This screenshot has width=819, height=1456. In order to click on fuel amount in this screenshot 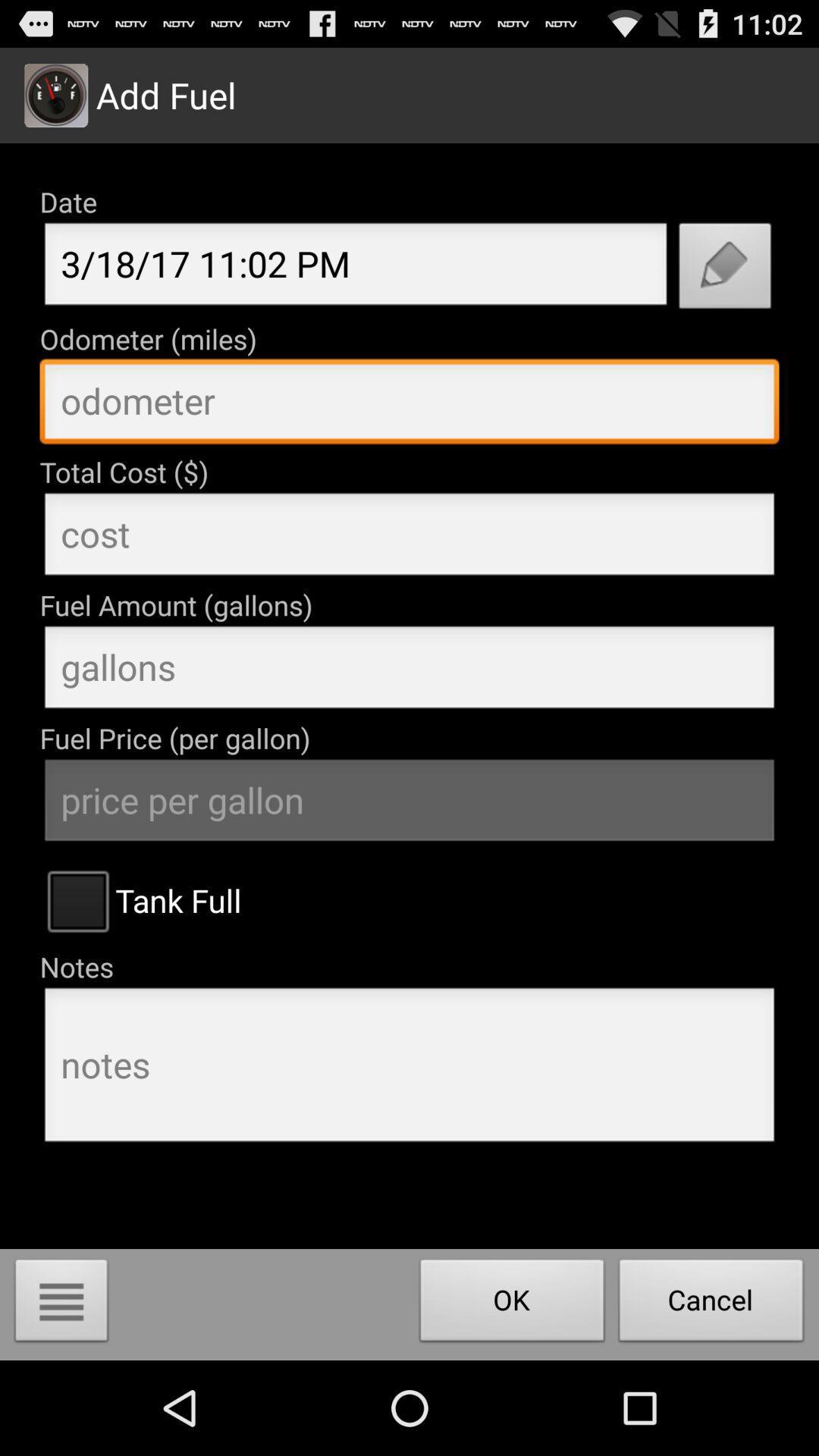, I will do `click(409, 670)`.